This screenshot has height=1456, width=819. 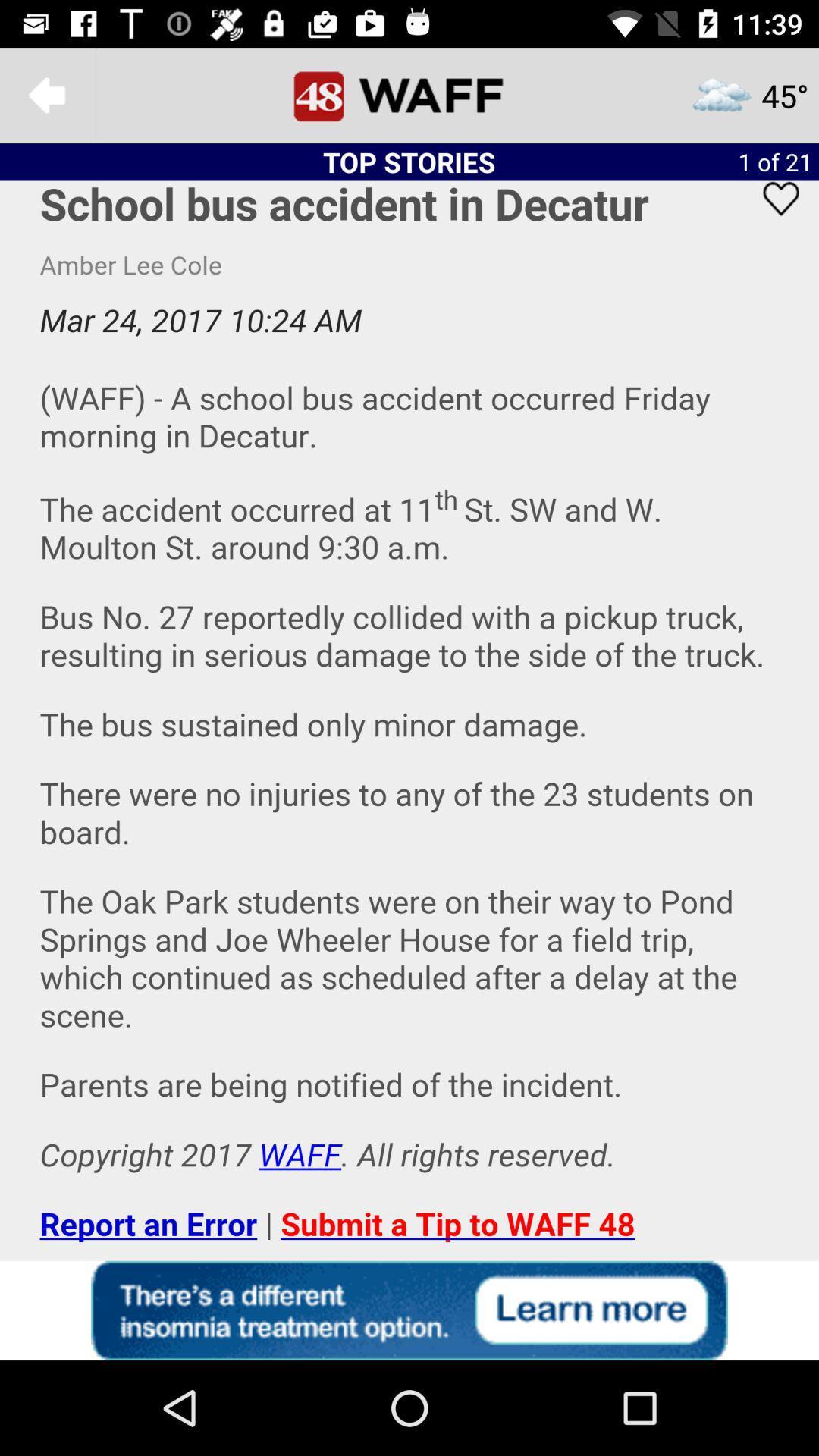 I want to click on the arrow_backward icon, so click(x=46, y=94).